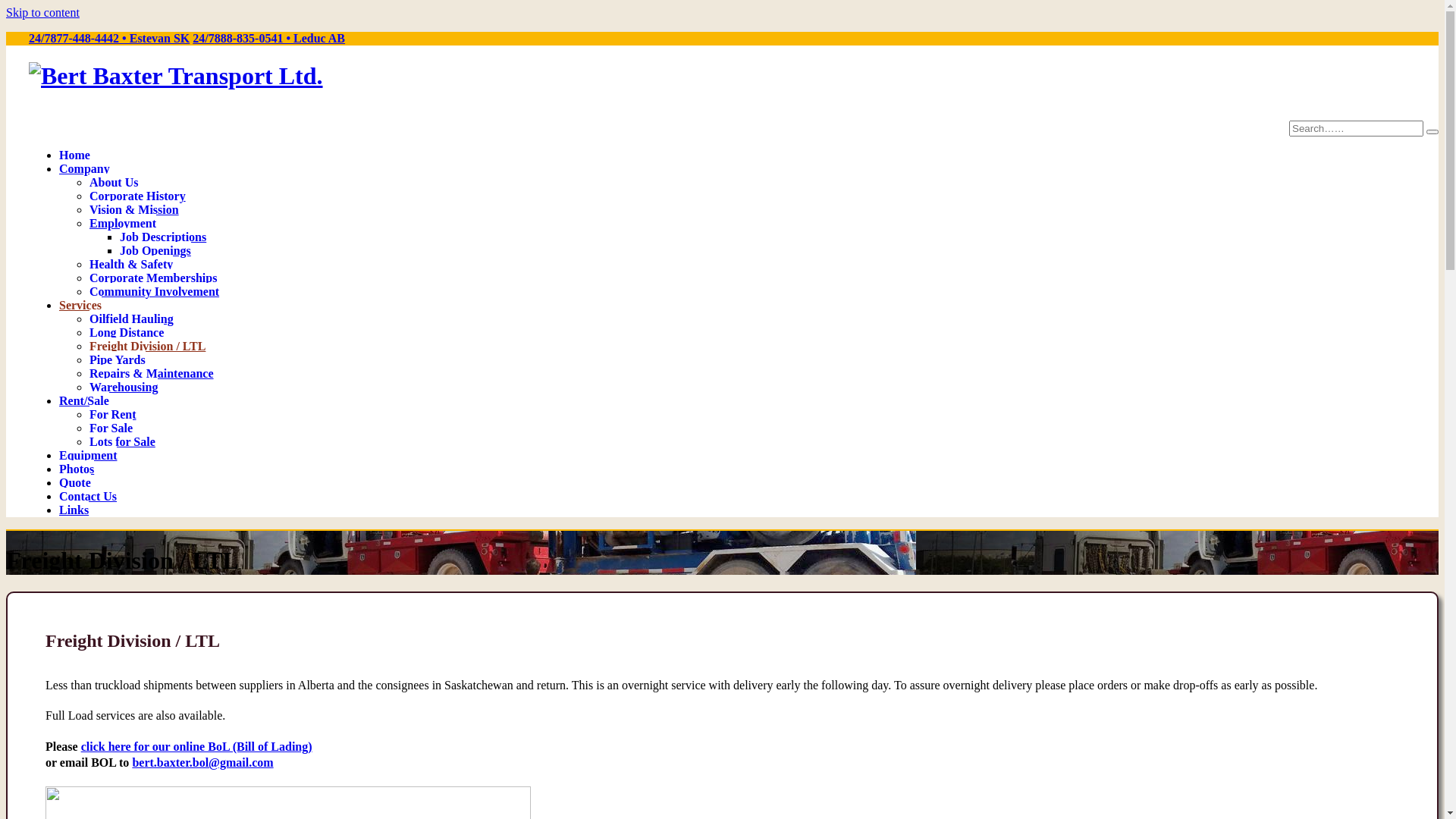 The image size is (1456, 819). What do you see at coordinates (127, 330) in the screenshot?
I see `'Long Distance'` at bounding box center [127, 330].